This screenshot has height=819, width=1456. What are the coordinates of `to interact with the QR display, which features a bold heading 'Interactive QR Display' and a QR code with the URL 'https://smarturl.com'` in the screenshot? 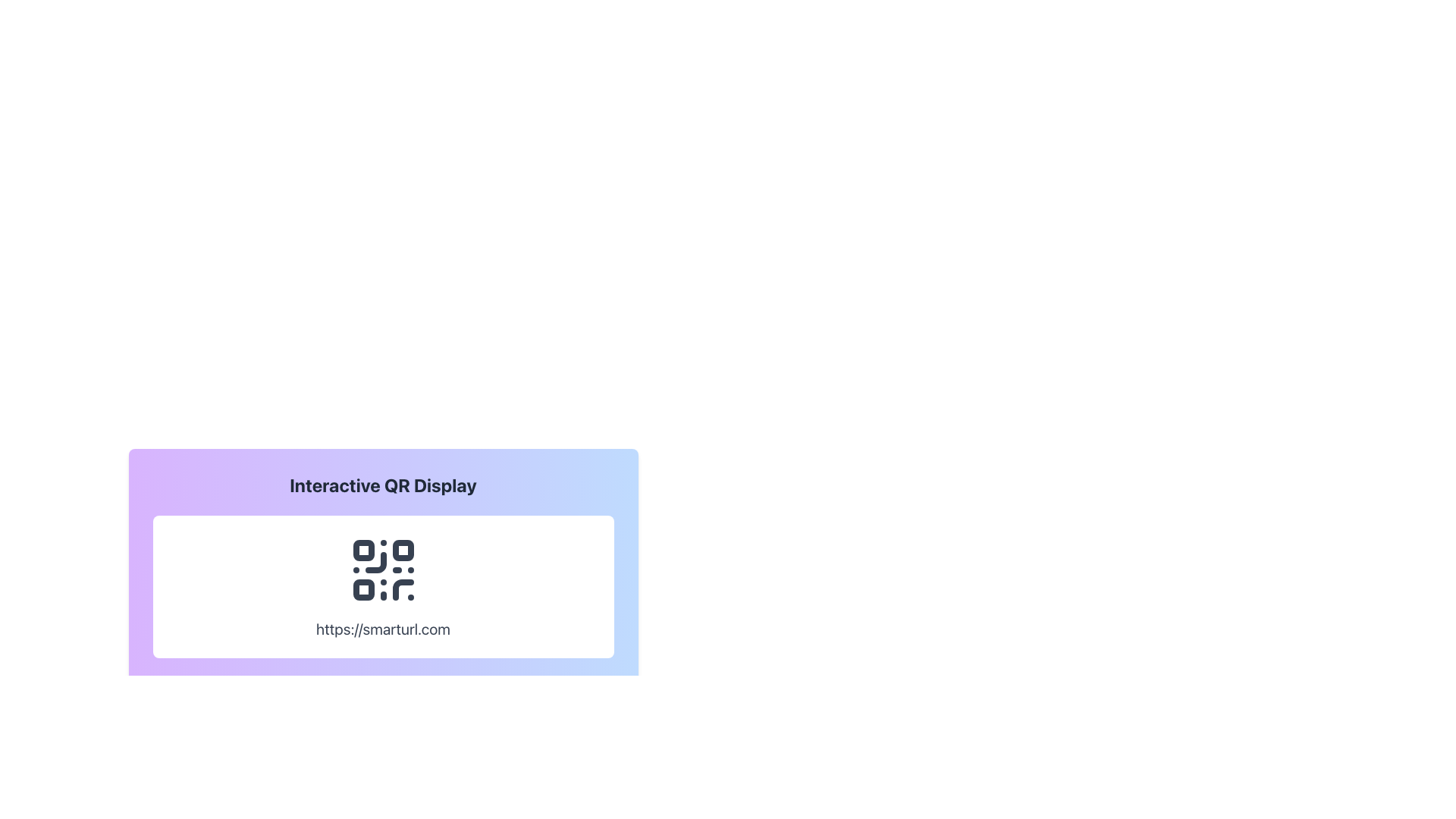 It's located at (383, 598).